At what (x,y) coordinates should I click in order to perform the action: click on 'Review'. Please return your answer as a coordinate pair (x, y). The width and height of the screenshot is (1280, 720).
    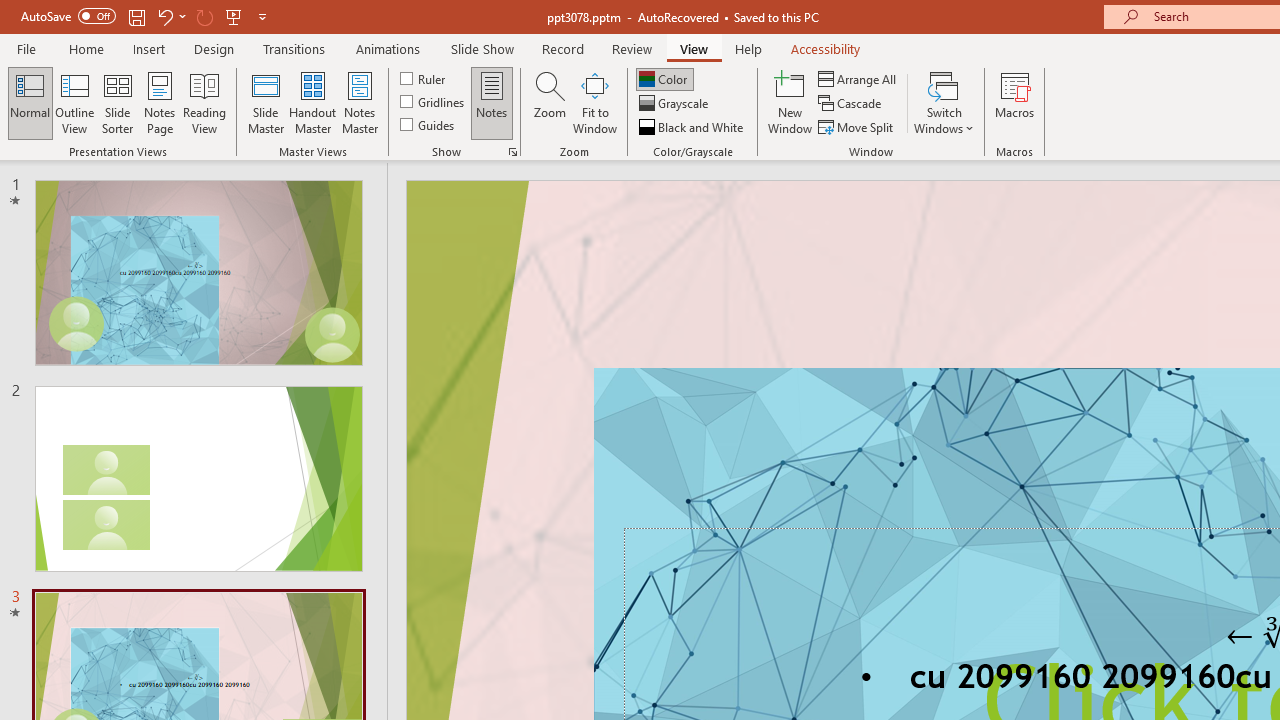
    Looking at the image, I should click on (630, 48).